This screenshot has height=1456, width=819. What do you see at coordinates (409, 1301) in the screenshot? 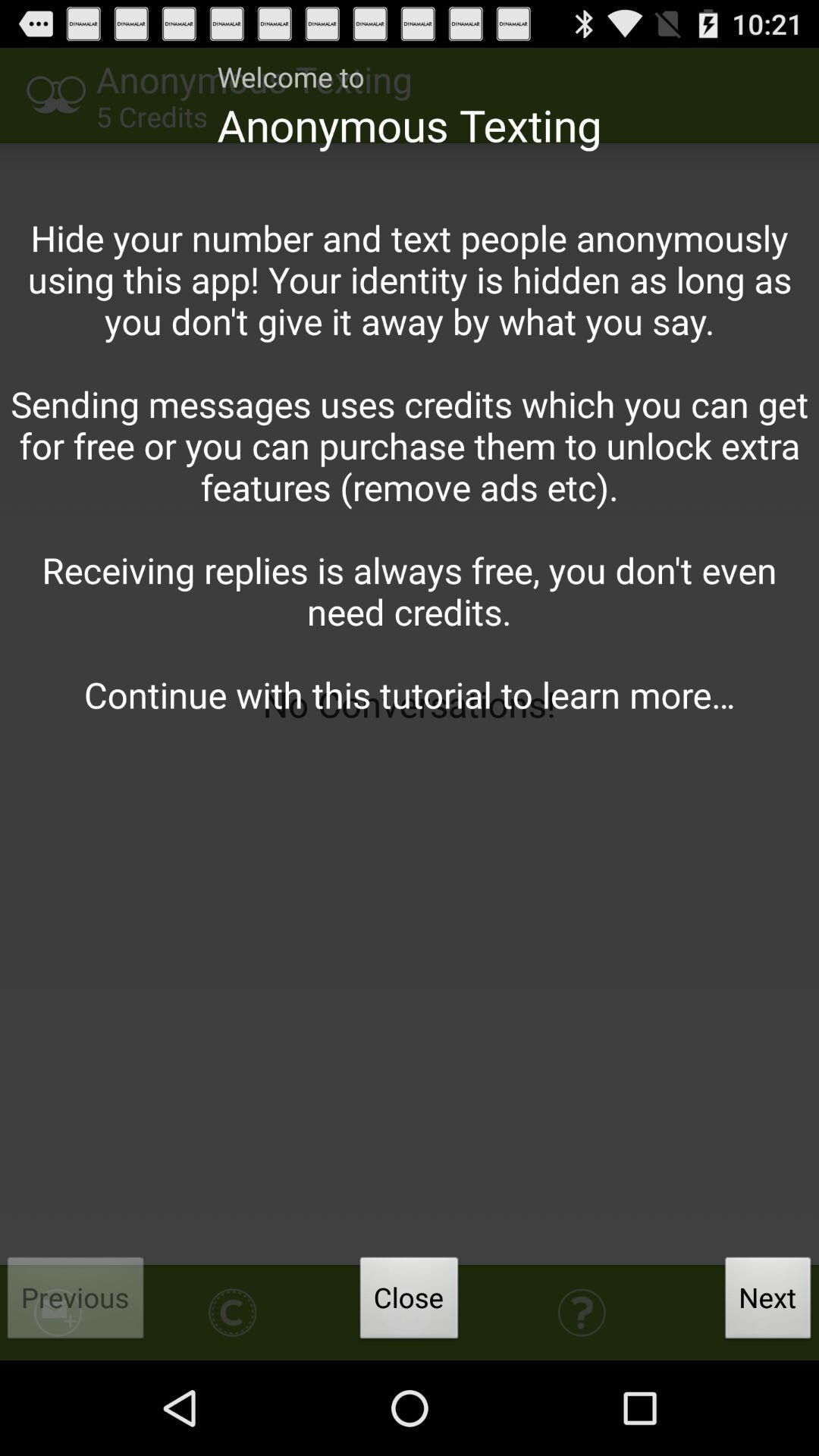
I see `the close button` at bounding box center [409, 1301].